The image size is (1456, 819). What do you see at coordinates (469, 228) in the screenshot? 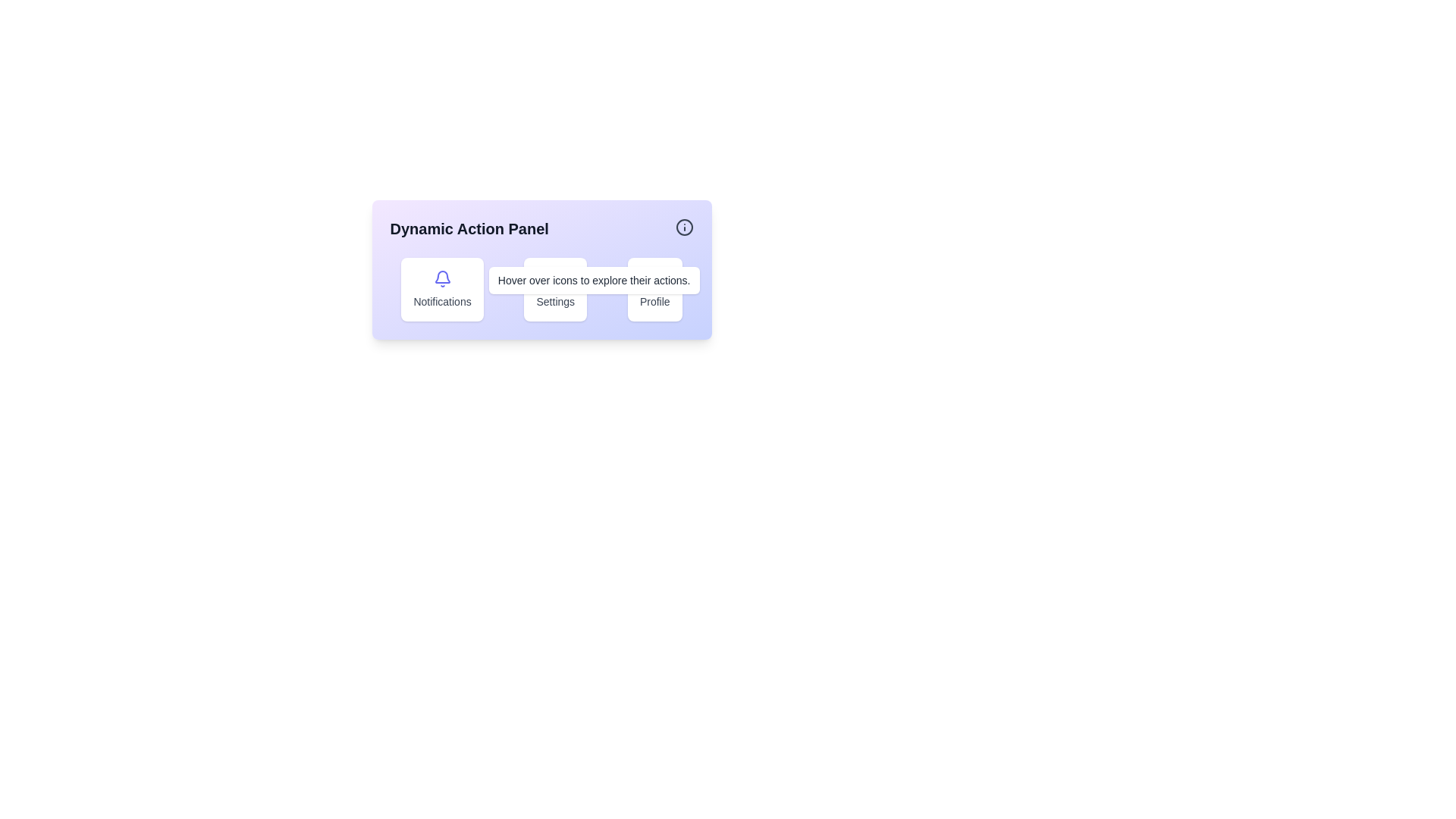
I see `the text label that serves as a header or title for the associated panel` at bounding box center [469, 228].